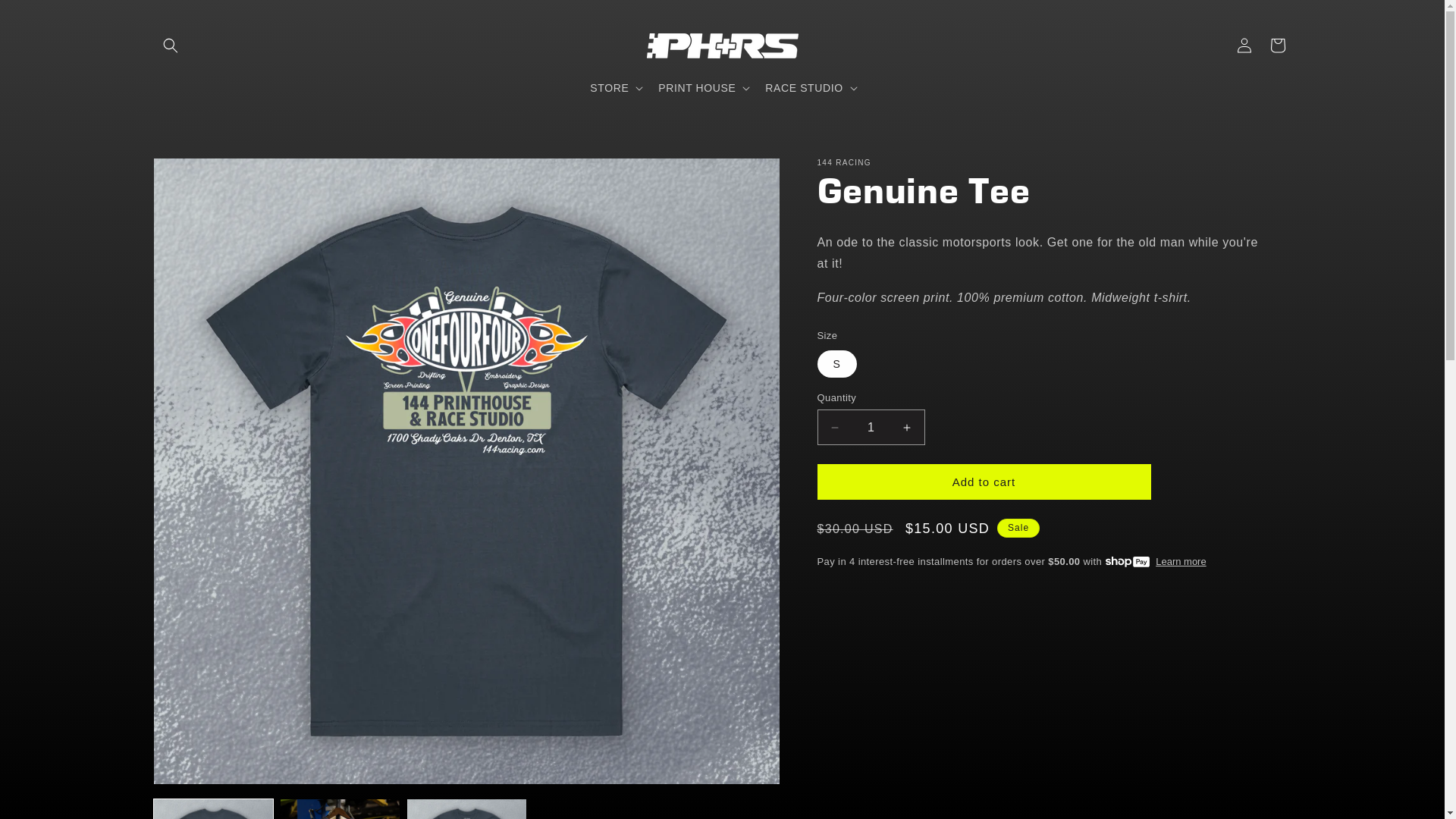 This screenshot has height=819, width=1456. Describe the element at coordinates (833, 427) in the screenshot. I see `'Decrease quantity for Genuine Tee'` at that location.